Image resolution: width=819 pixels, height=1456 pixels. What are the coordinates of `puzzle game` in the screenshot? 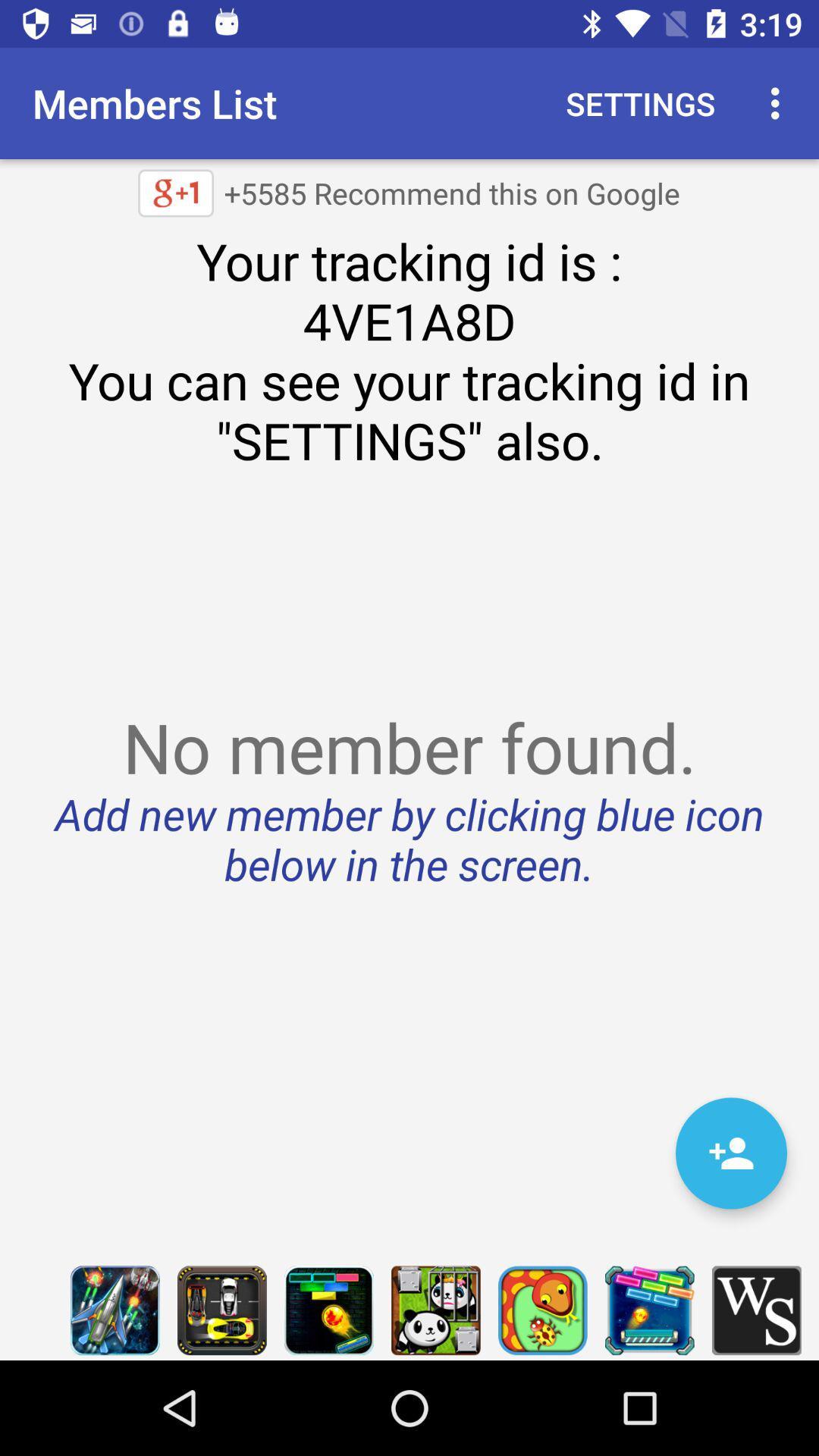 It's located at (328, 1310).